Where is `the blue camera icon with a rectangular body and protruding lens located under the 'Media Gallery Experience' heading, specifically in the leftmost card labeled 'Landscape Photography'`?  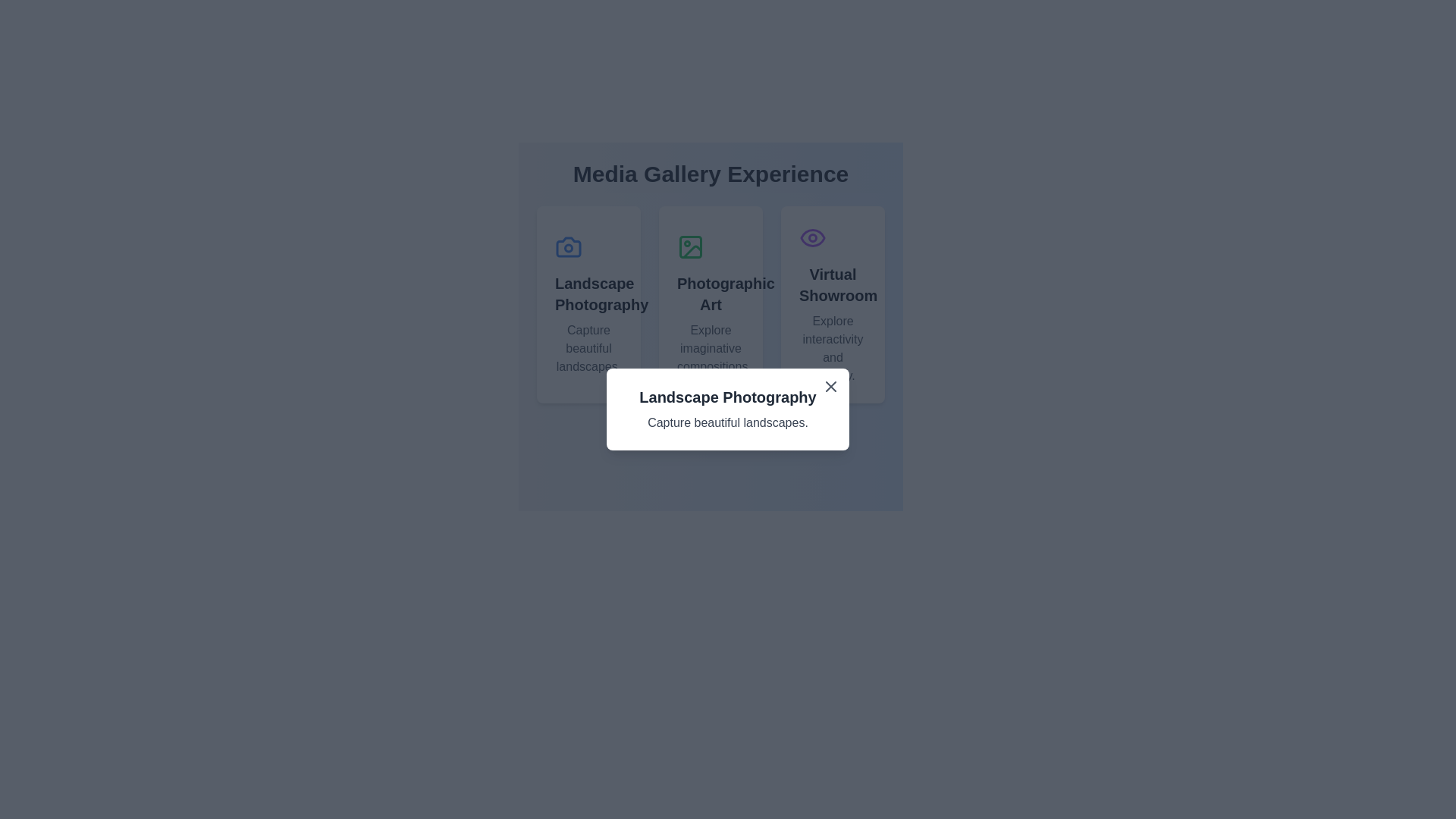 the blue camera icon with a rectangular body and protruding lens located under the 'Media Gallery Experience' heading, specifically in the leftmost card labeled 'Landscape Photography' is located at coordinates (567, 246).